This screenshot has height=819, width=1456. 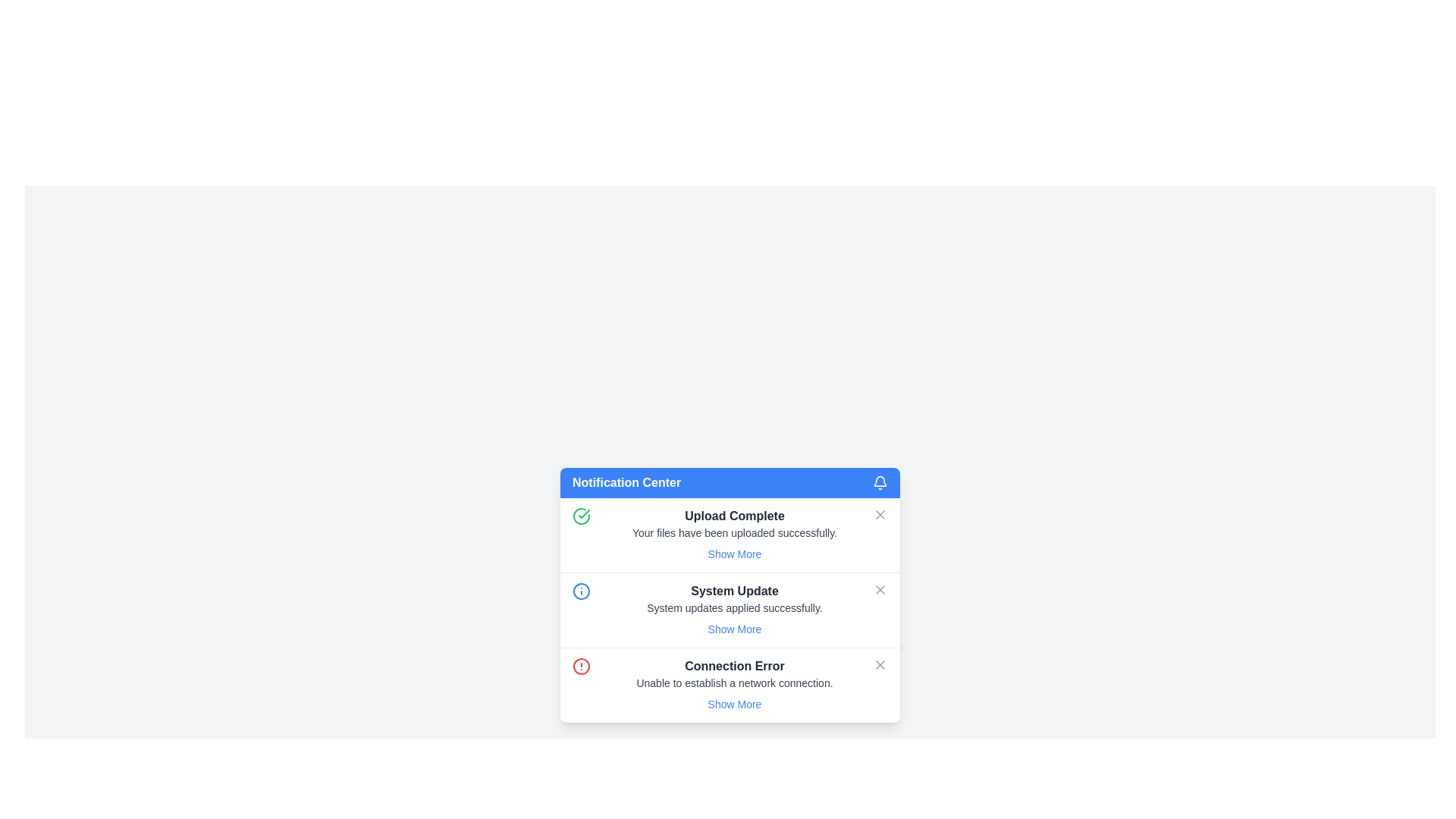 I want to click on message displaying 'Your files have been uploaded successfully.' located below the 'Upload Complete' heading in the Notification Center, so click(x=735, y=532).